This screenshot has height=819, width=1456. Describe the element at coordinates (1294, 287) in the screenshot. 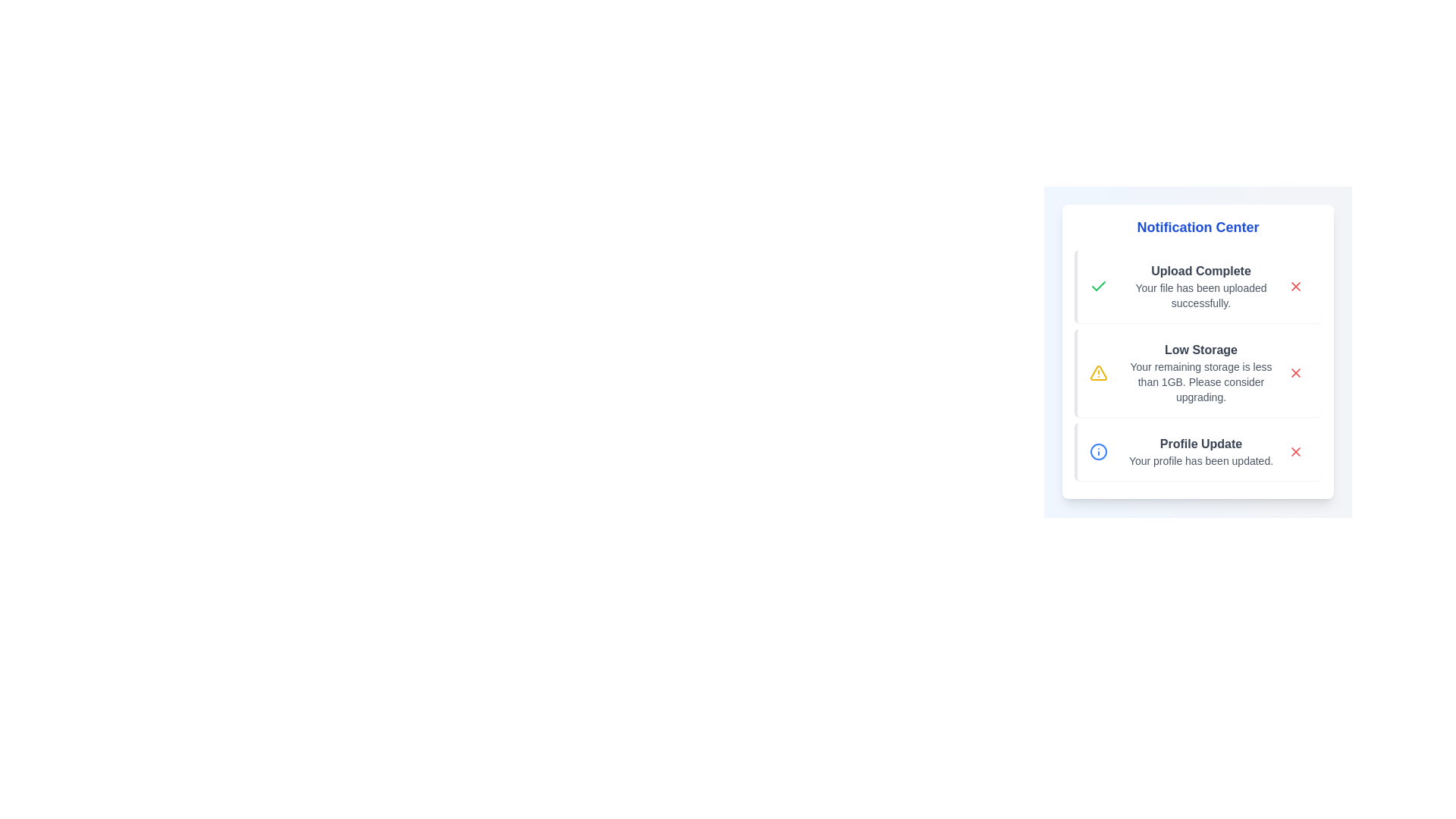

I see `the small red 'X' icon within the 'Upload Complete' notification card` at that location.